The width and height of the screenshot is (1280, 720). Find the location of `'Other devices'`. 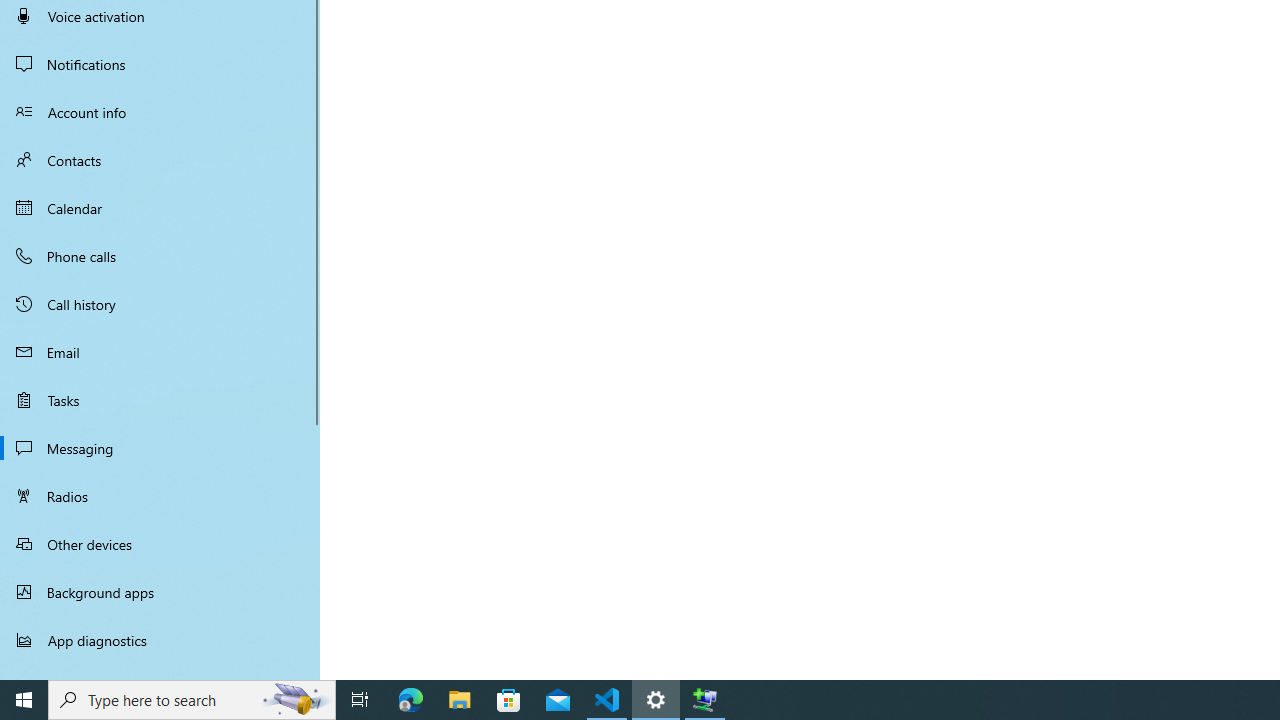

'Other devices' is located at coordinates (160, 543).